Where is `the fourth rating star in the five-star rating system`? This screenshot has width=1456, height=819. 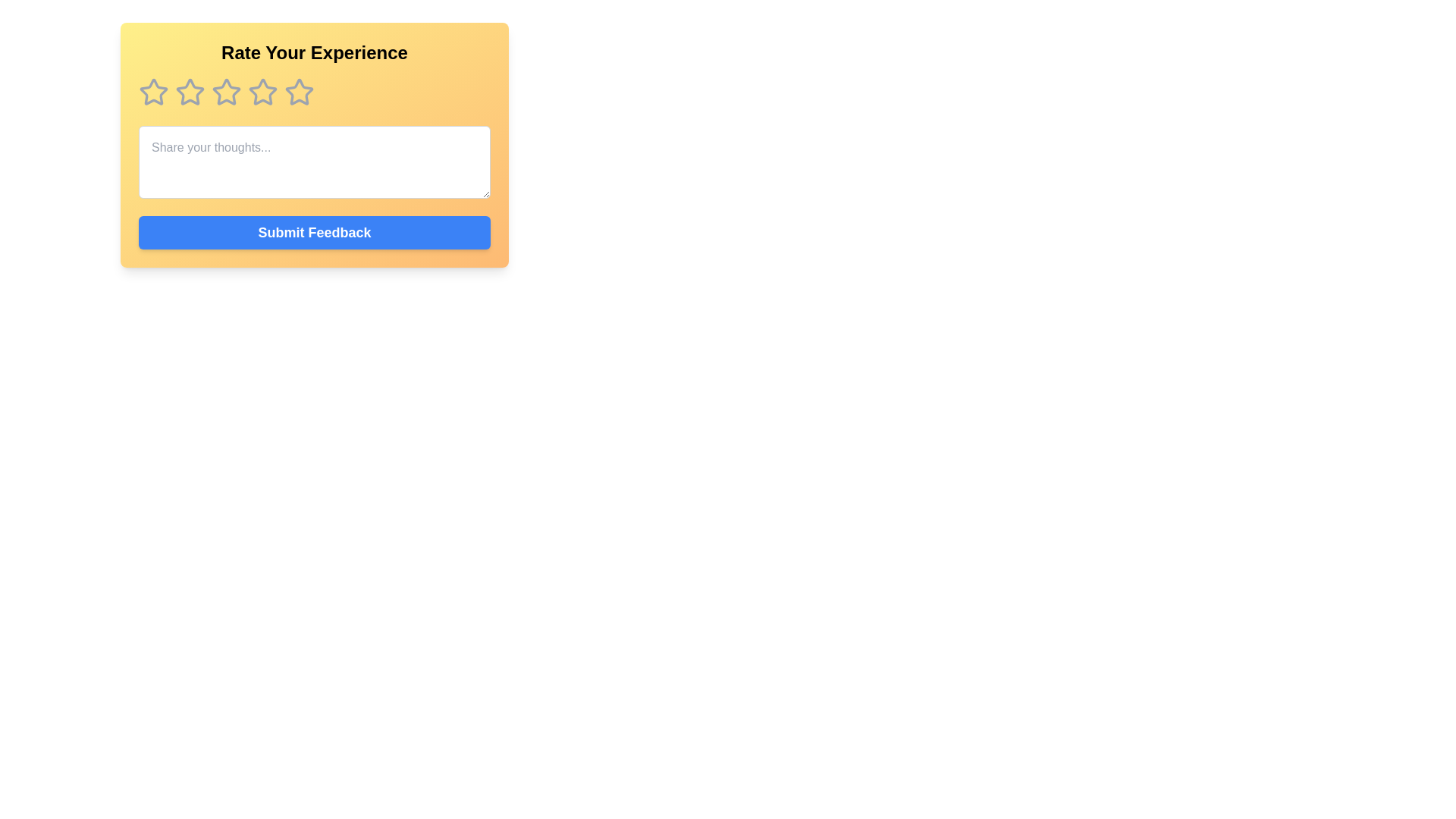
the fourth rating star in the five-star rating system is located at coordinates (299, 92).